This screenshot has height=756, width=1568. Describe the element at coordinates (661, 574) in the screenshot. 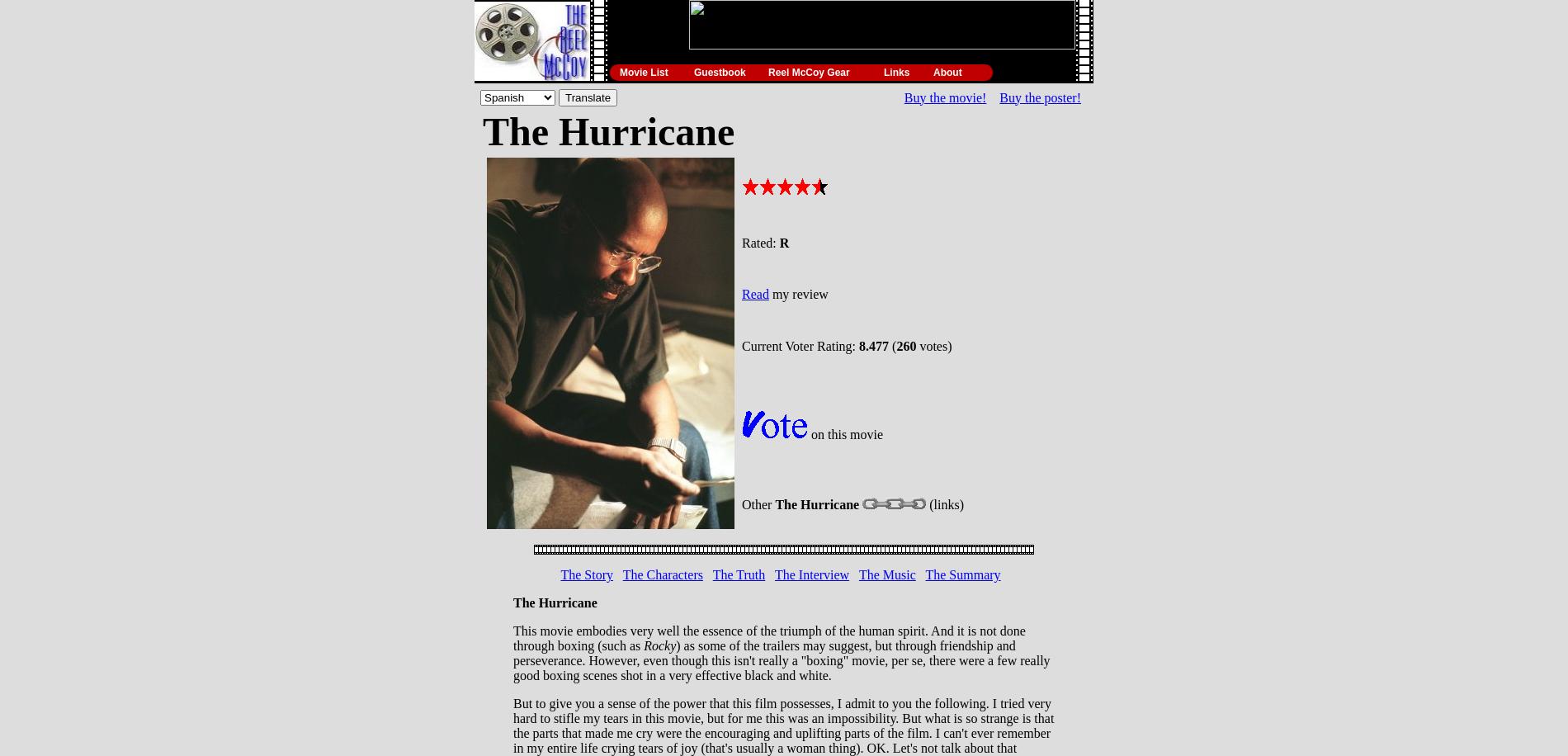

I see `'The Characters'` at that location.